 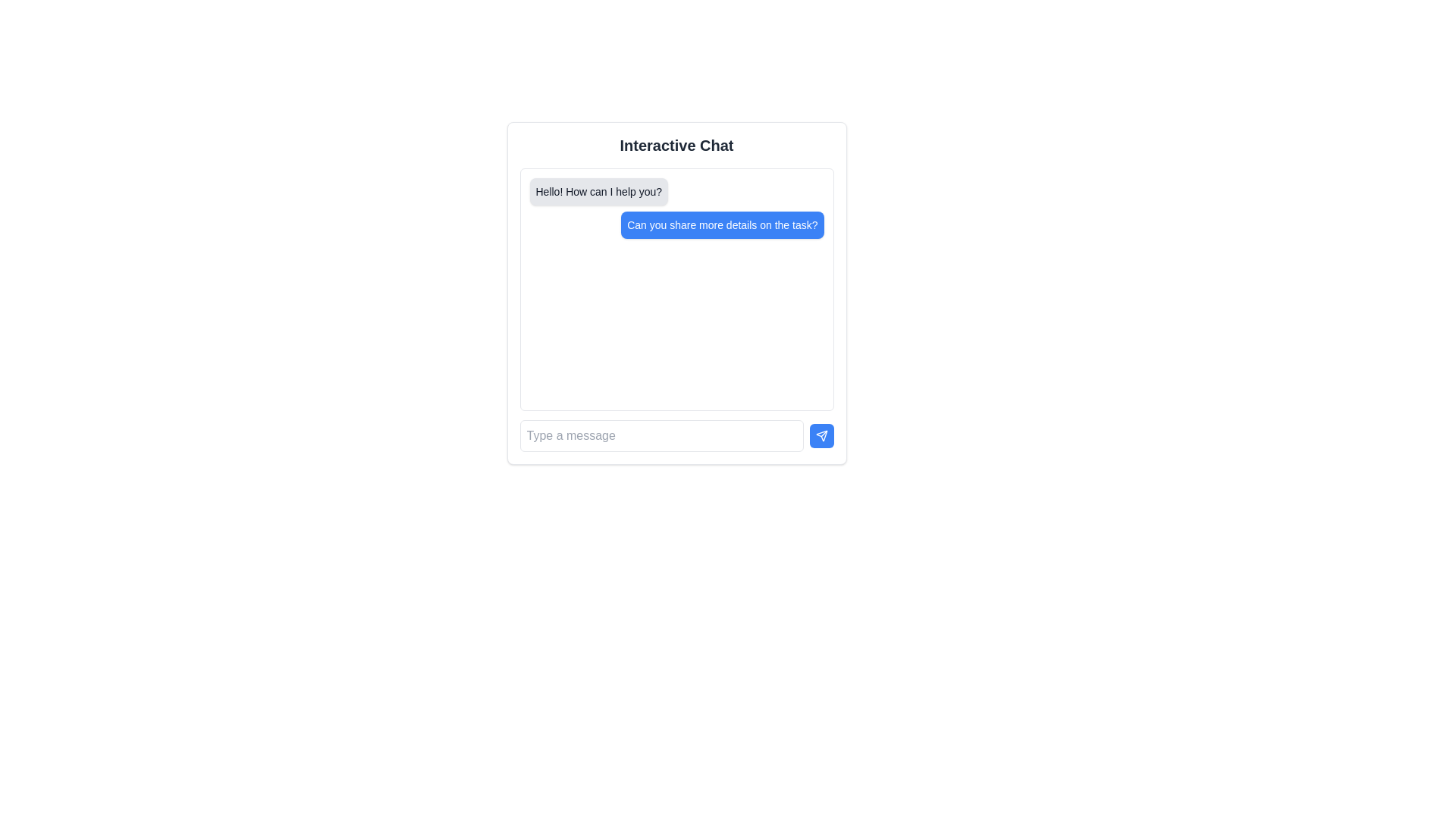 What do you see at coordinates (676, 227) in the screenshot?
I see `the second chat response bubble in the chat interface that displays user feedback, positioned below the gray 'Hello! How can I help you?' bubble` at bounding box center [676, 227].